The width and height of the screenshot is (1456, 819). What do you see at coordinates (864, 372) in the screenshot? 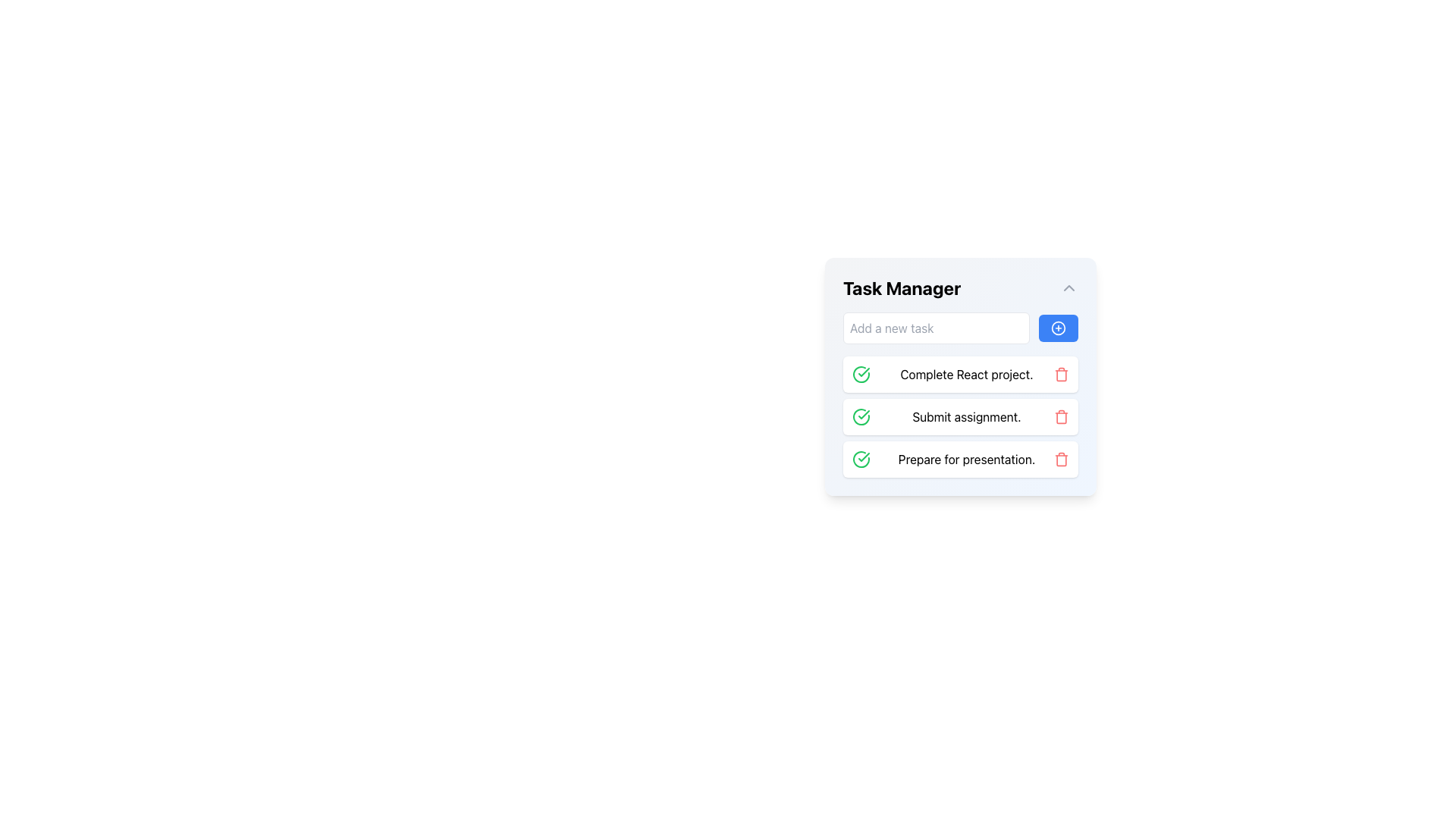
I see `the checkmark icon that marks the associated task as completed in the task list, located in the middle-left sector and aligned with the second task item` at bounding box center [864, 372].